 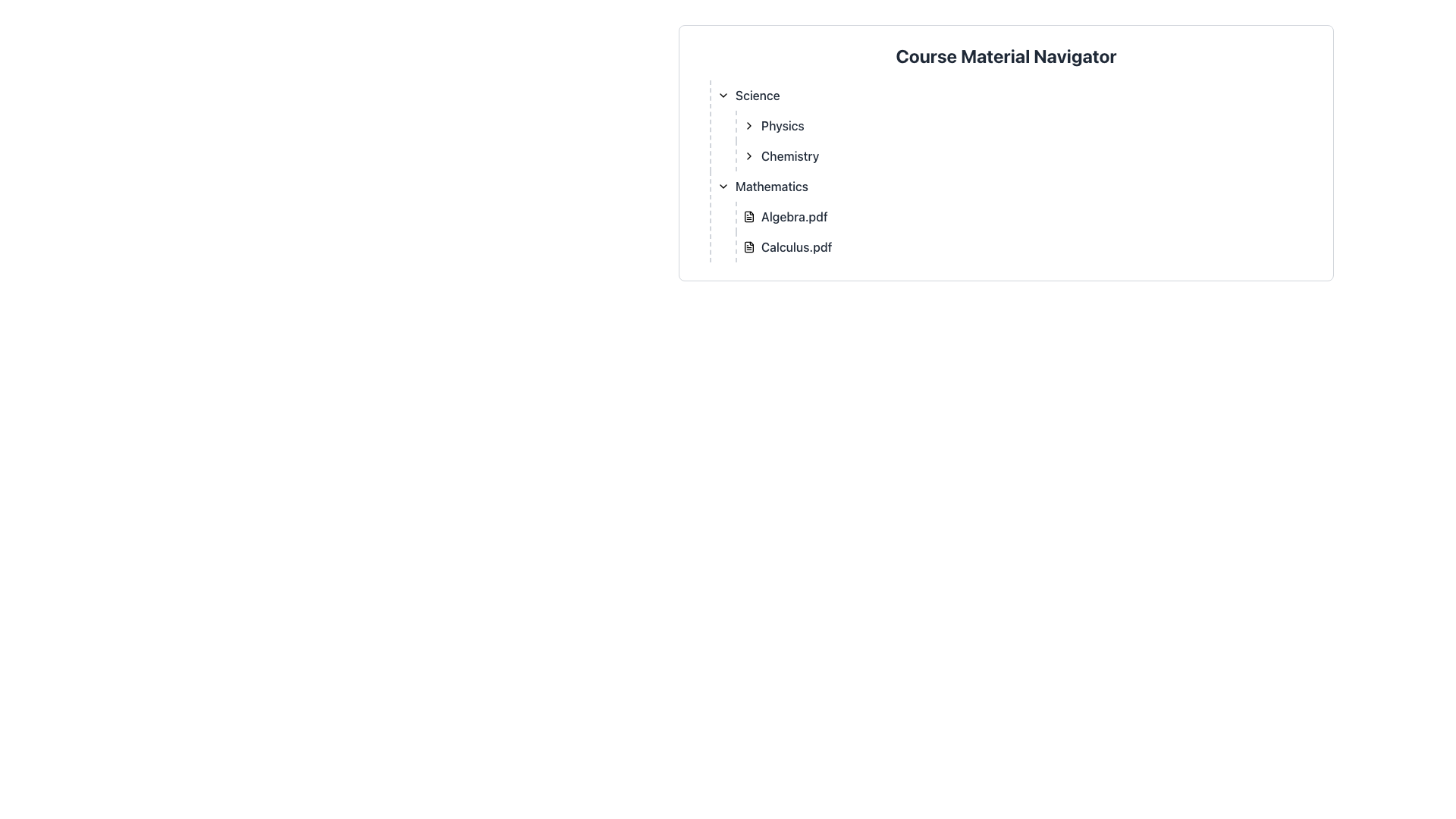 What do you see at coordinates (749, 155) in the screenshot?
I see `the small right-facing chevron icon next to the 'Chemistry' text` at bounding box center [749, 155].